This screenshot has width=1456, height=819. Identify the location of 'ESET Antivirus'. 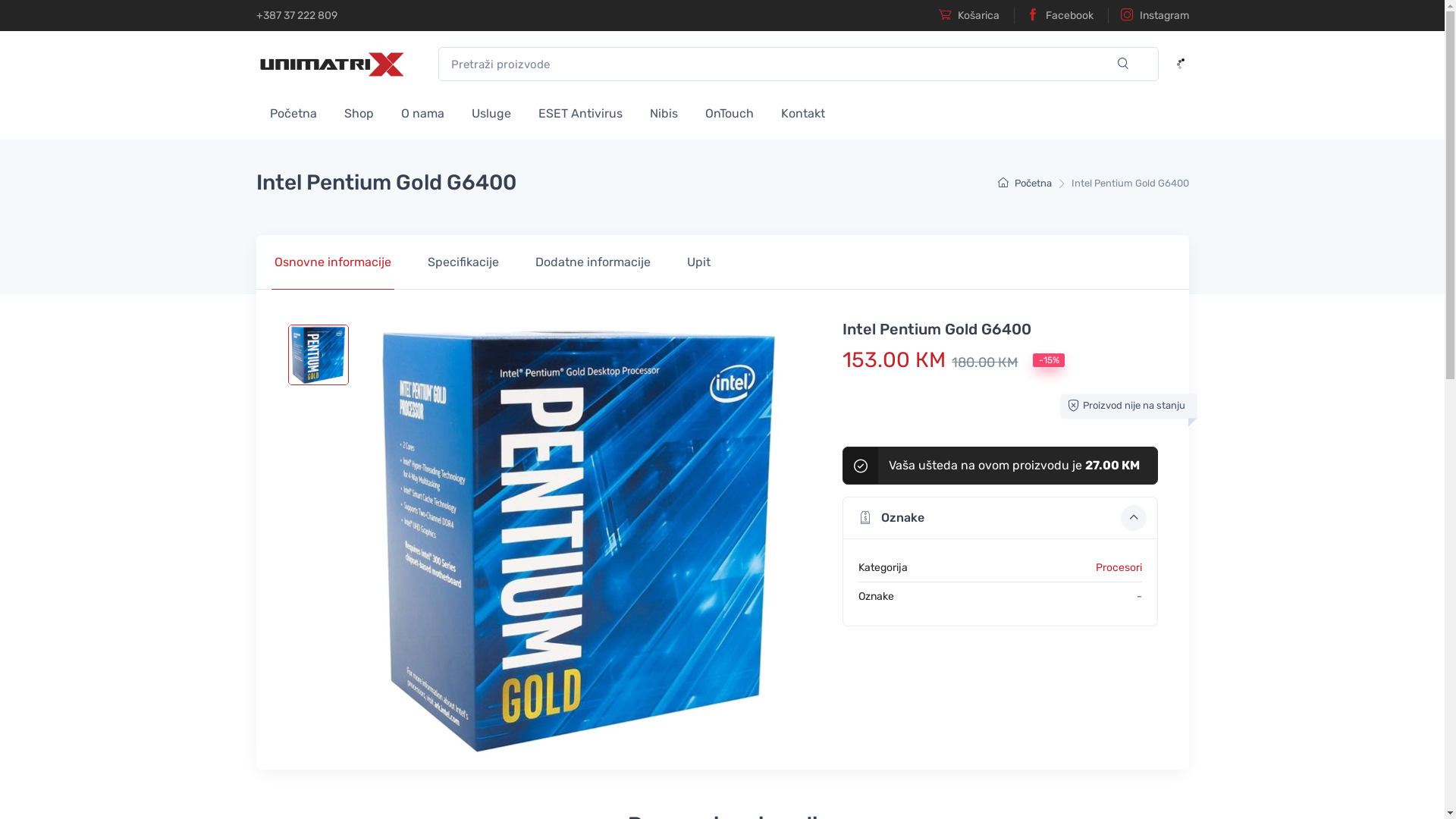
(579, 111).